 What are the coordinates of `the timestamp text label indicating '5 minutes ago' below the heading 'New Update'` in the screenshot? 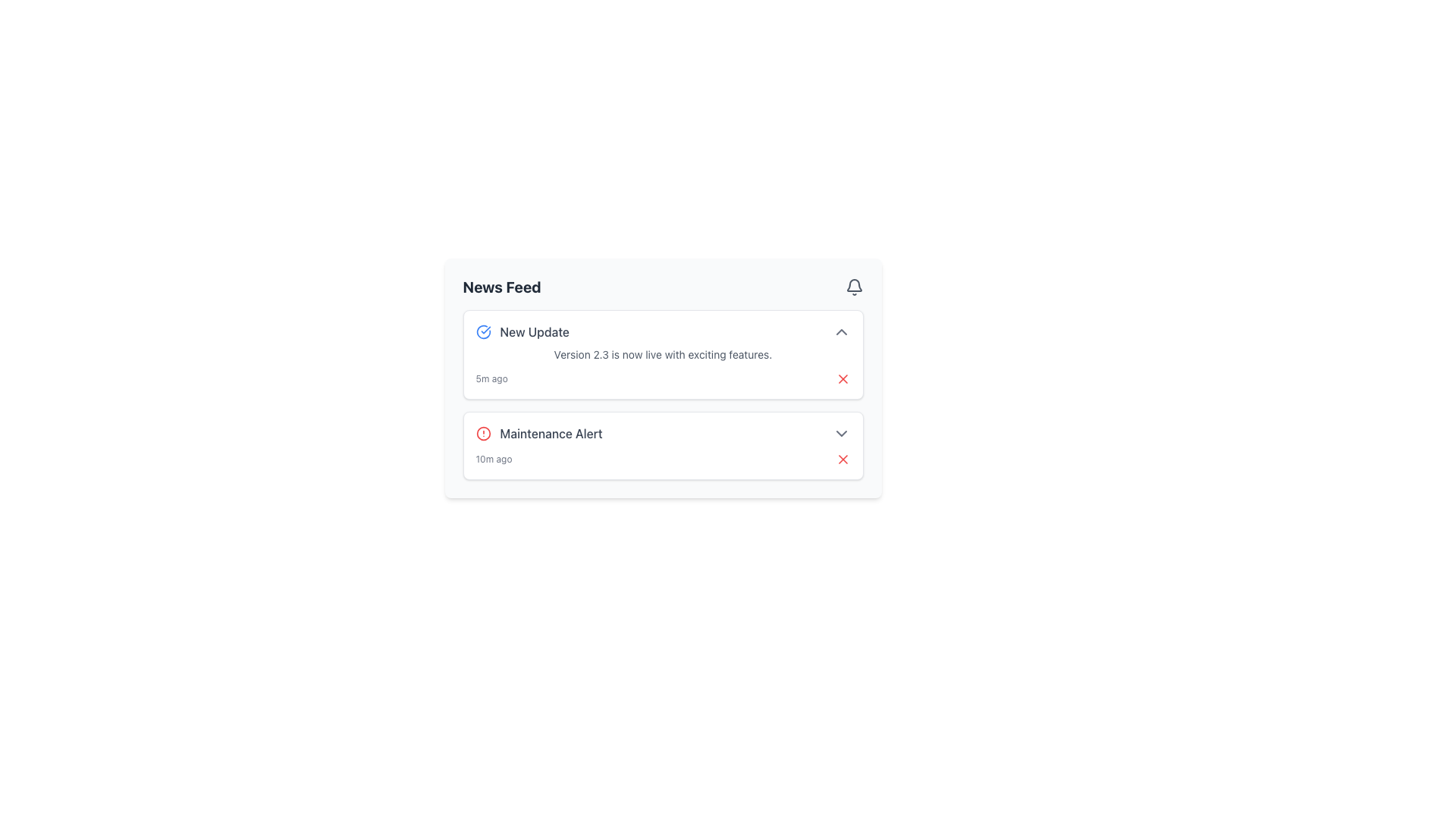 It's located at (491, 378).